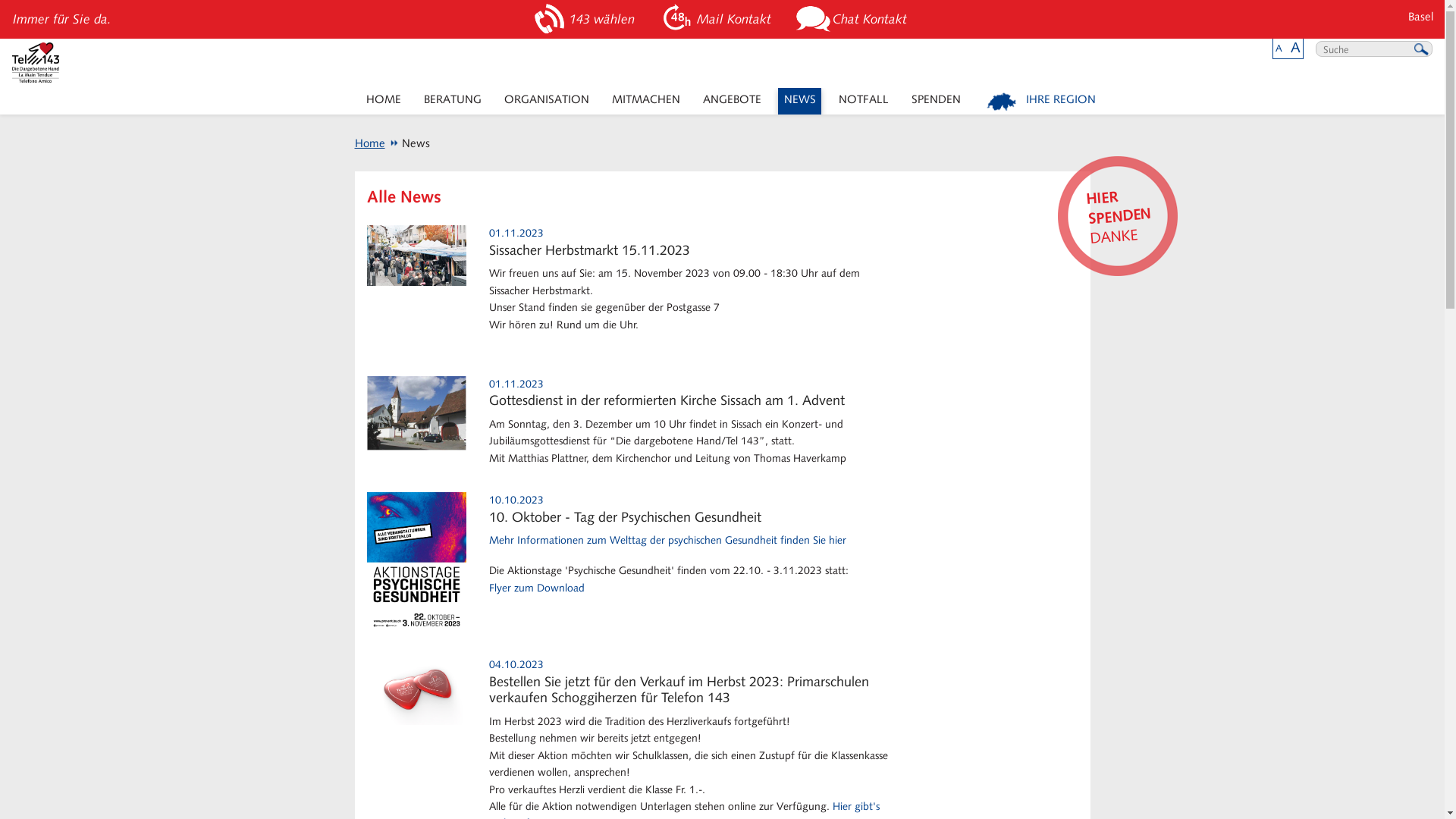 Image resolution: width=1456 pixels, height=819 pixels. Describe the element at coordinates (799, 101) in the screenshot. I see `'NEWS'` at that location.